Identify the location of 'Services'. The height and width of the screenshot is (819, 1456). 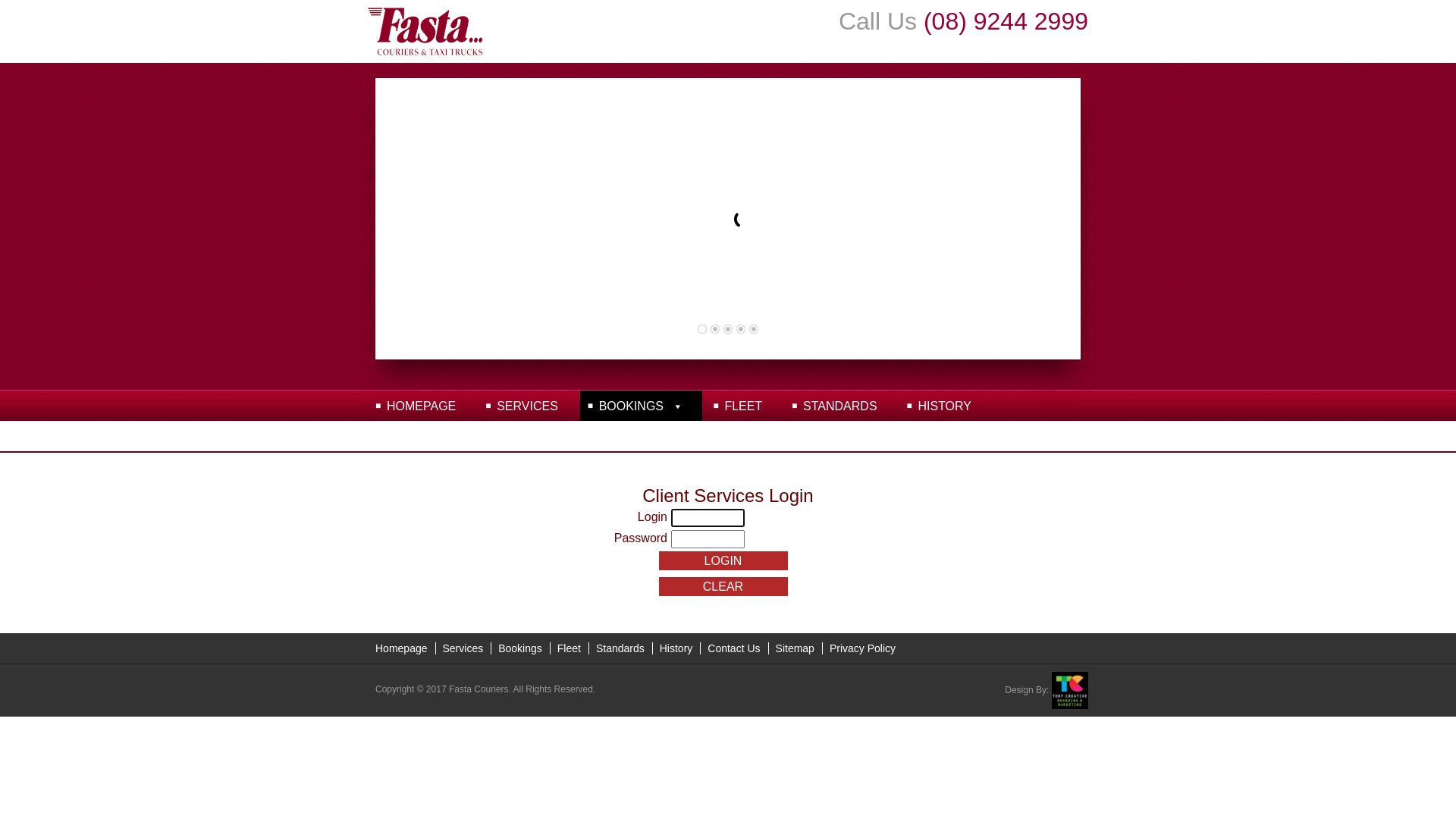
(462, 648).